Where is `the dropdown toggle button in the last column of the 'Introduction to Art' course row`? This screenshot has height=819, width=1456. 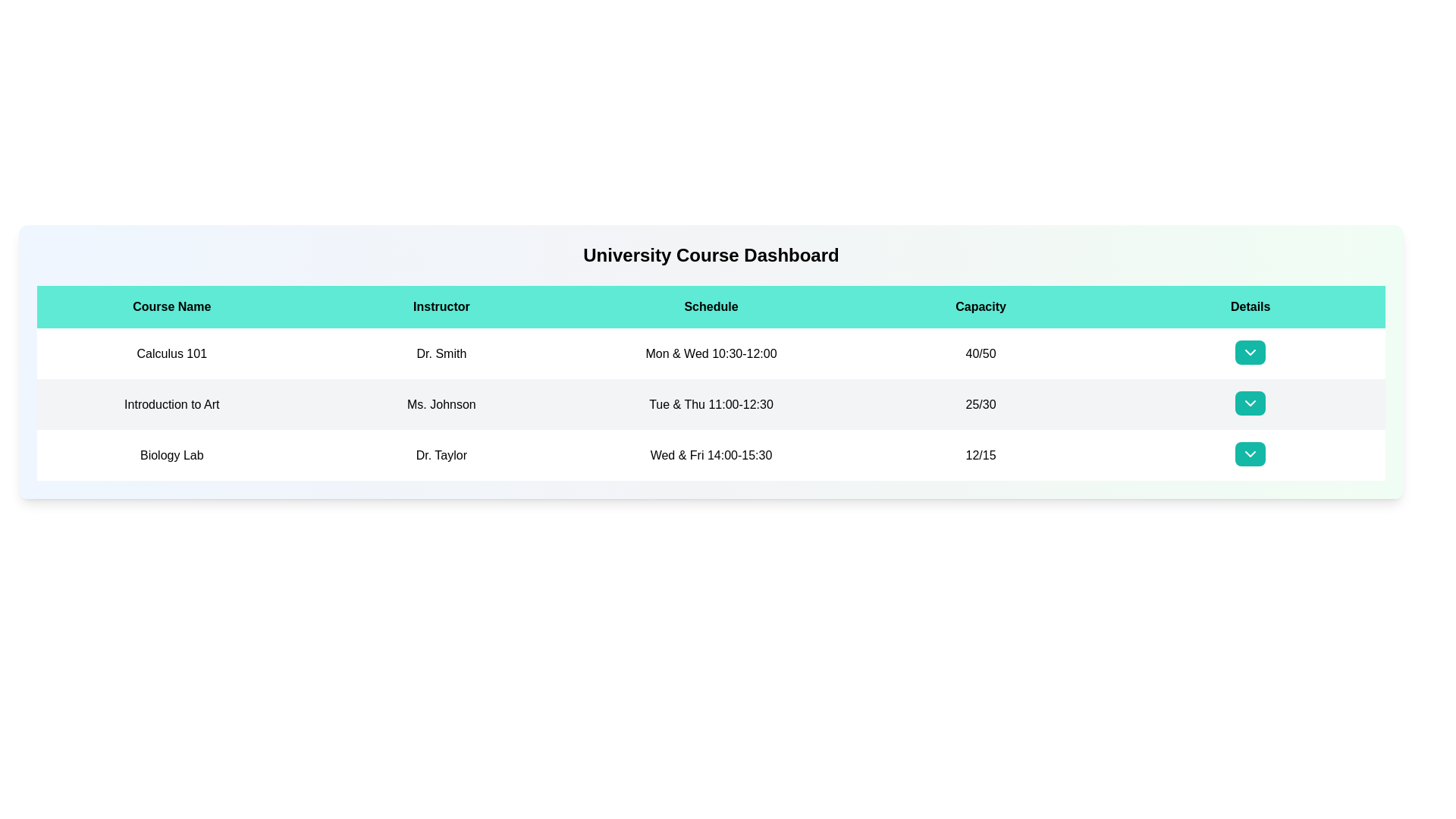
the dropdown toggle button in the last column of the 'Introduction to Art' course row is located at coordinates (1250, 403).